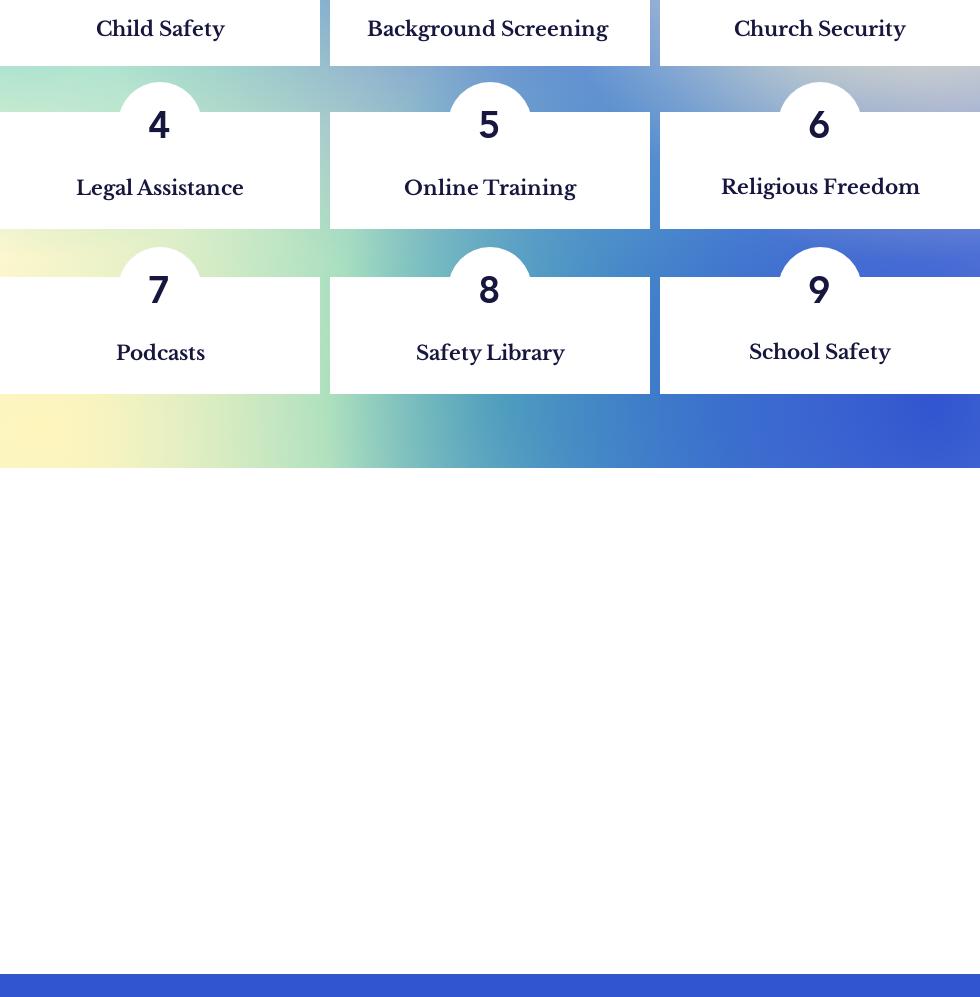 This screenshot has width=980, height=997. Describe the element at coordinates (489, 351) in the screenshot. I see `'Safety Library'` at that location.